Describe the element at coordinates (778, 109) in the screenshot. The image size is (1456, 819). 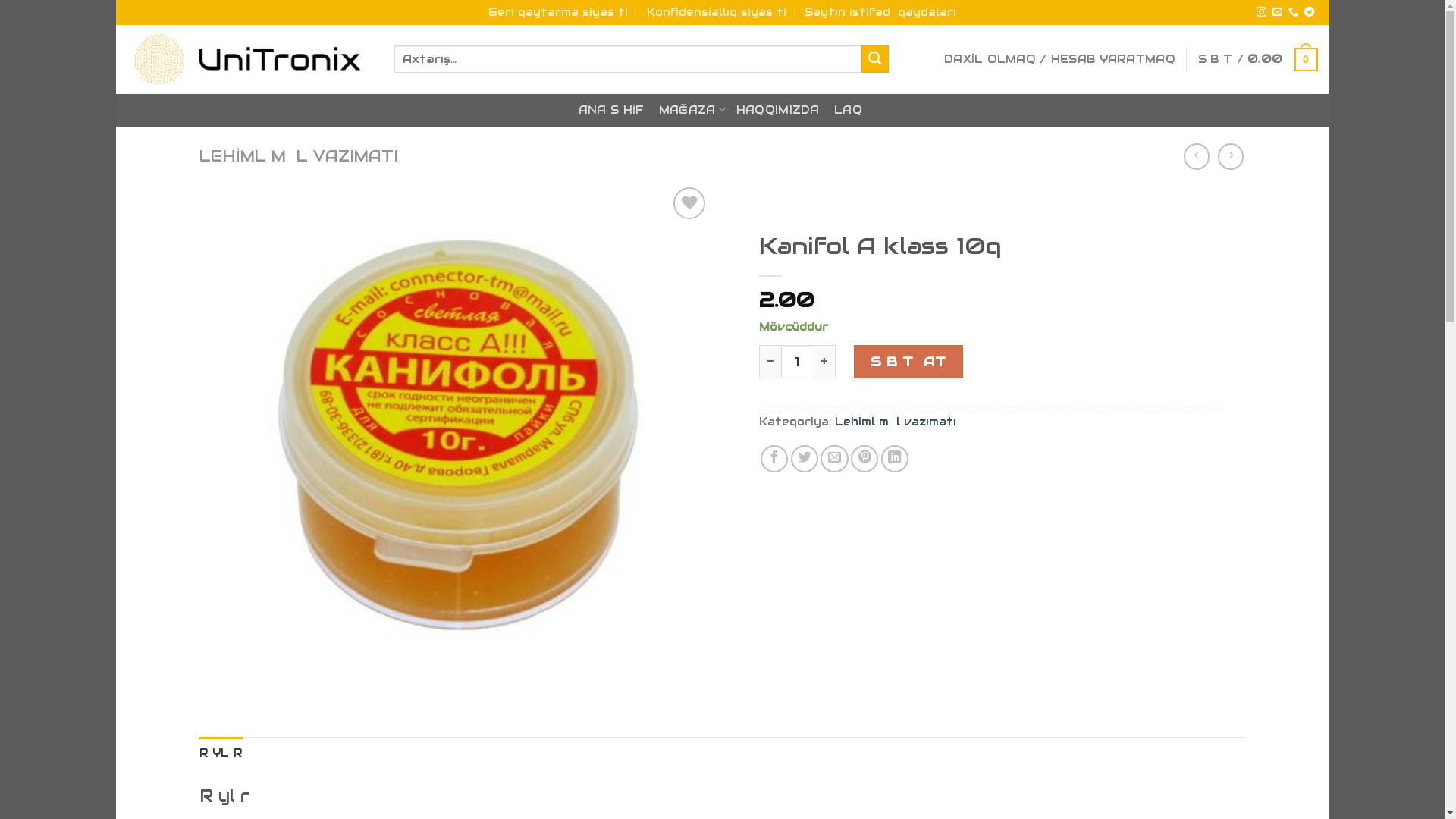
I see `'HAQQIMIZDA'` at that location.